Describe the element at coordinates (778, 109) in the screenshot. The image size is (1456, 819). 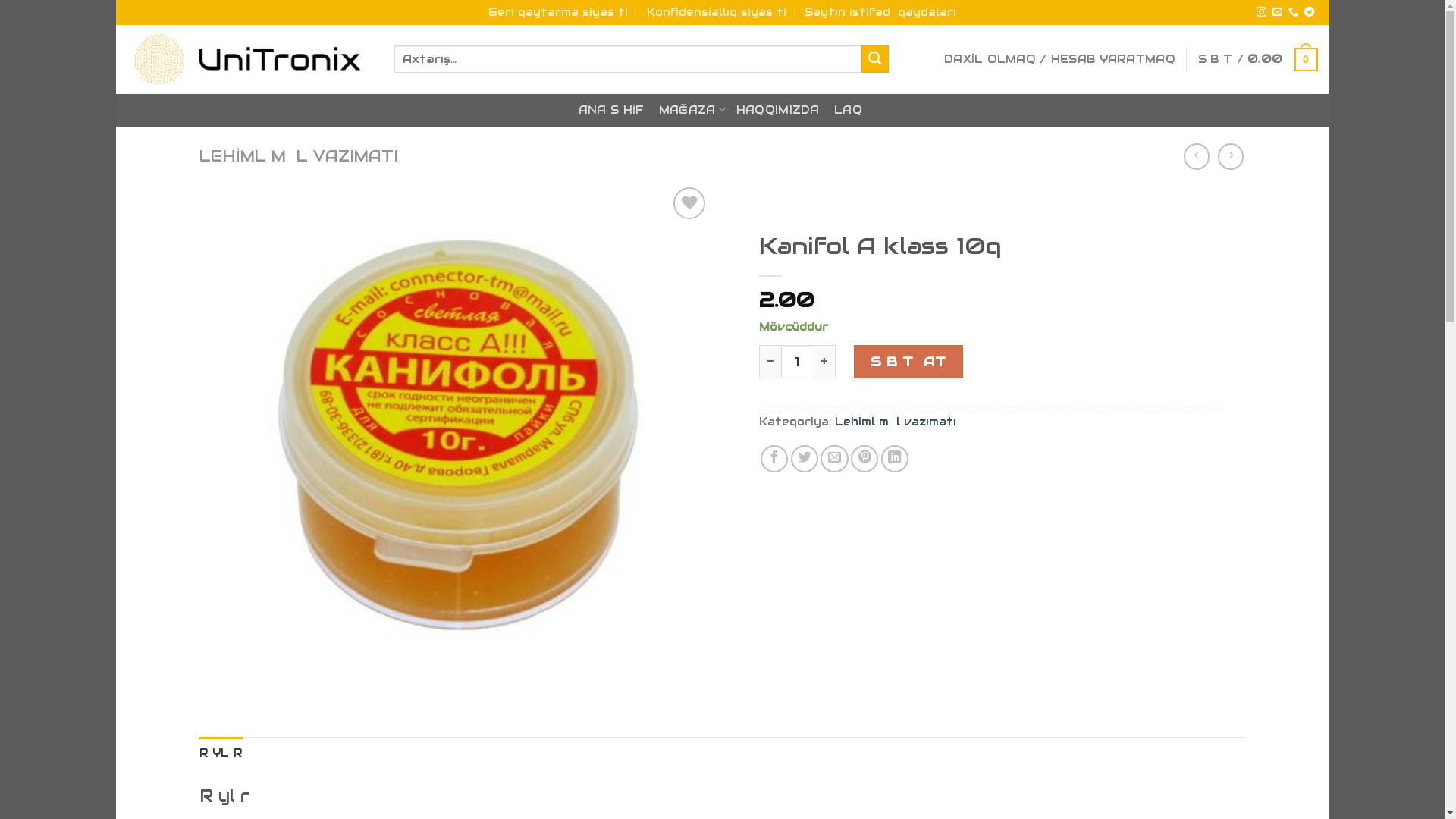
I see `'HAQQIMIZDA'` at that location.